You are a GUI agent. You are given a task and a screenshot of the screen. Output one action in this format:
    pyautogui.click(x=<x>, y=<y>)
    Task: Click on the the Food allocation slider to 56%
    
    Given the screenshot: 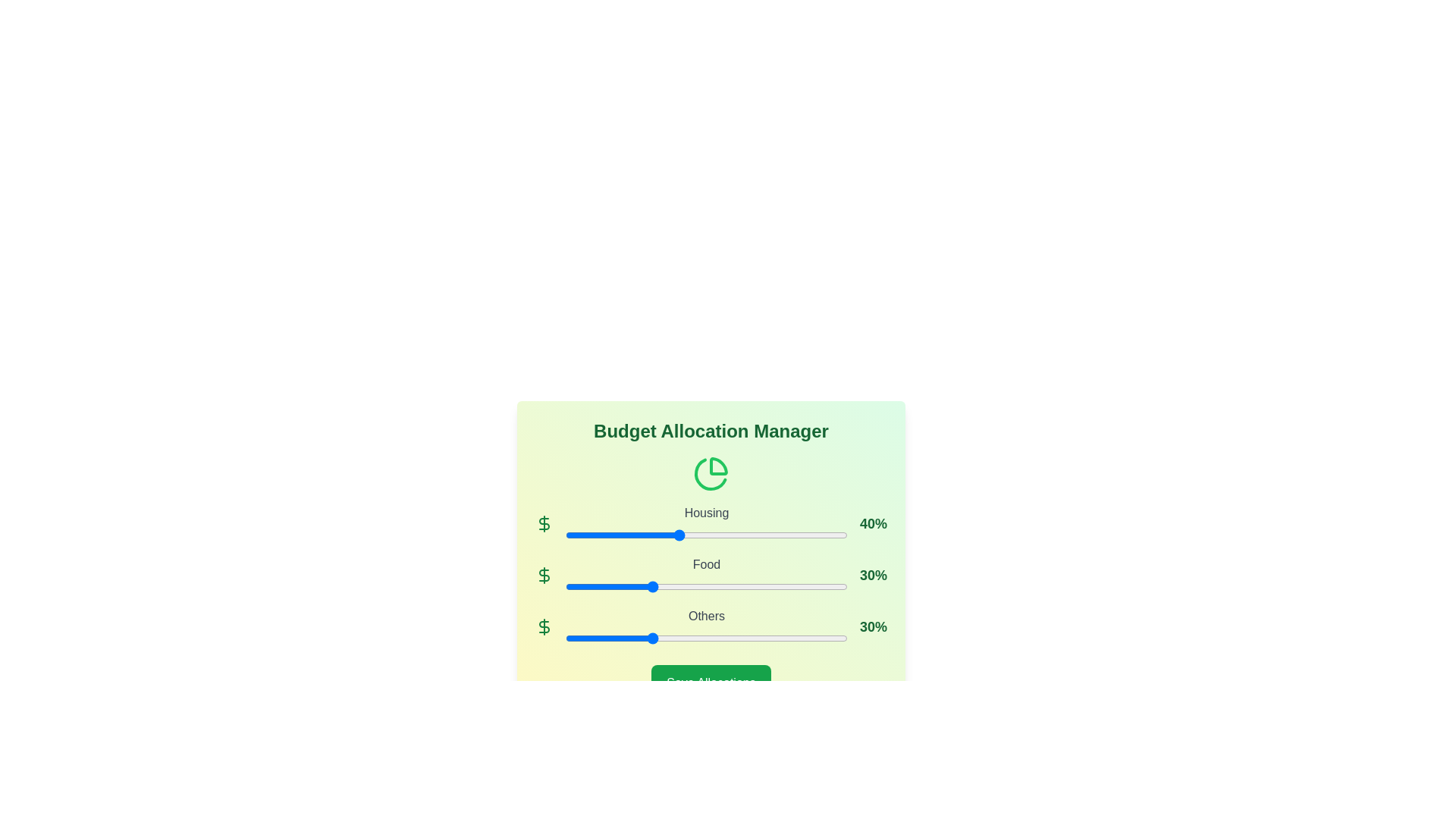 What is the action you would take?
    pyautogui.click(x=723, y=586)
    